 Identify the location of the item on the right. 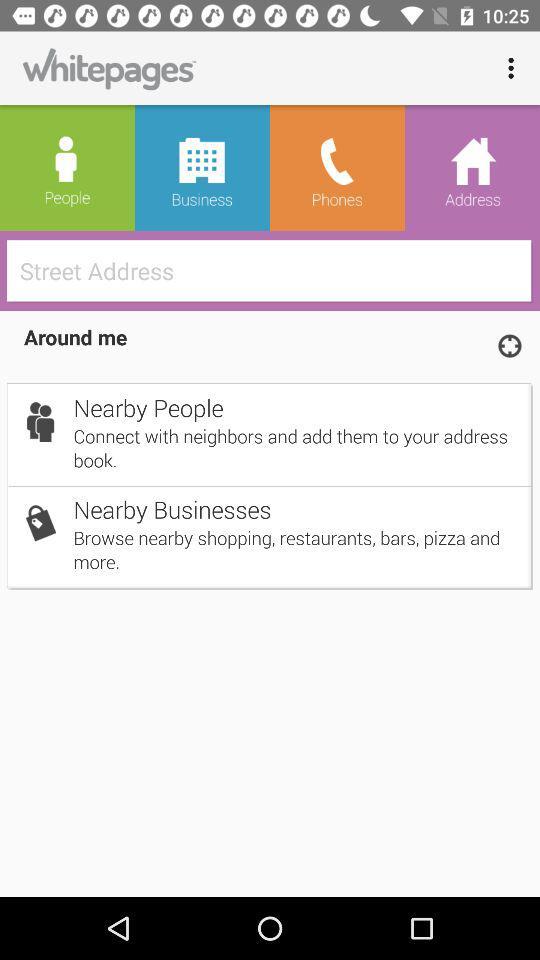
(509, 345).